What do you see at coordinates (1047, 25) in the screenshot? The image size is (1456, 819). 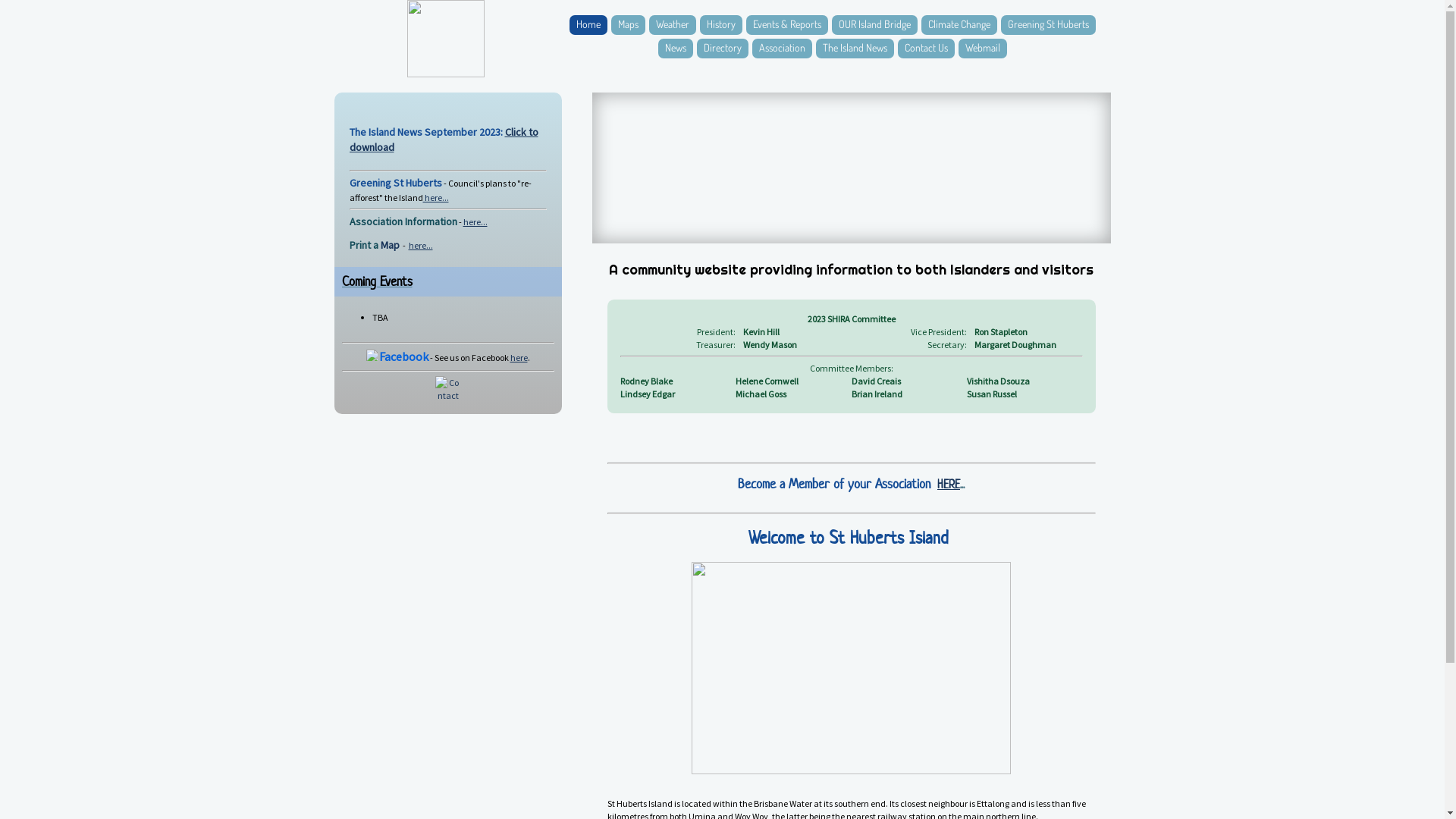 I see `'Greening St Huberts'` at bounding box center [1047, 25].